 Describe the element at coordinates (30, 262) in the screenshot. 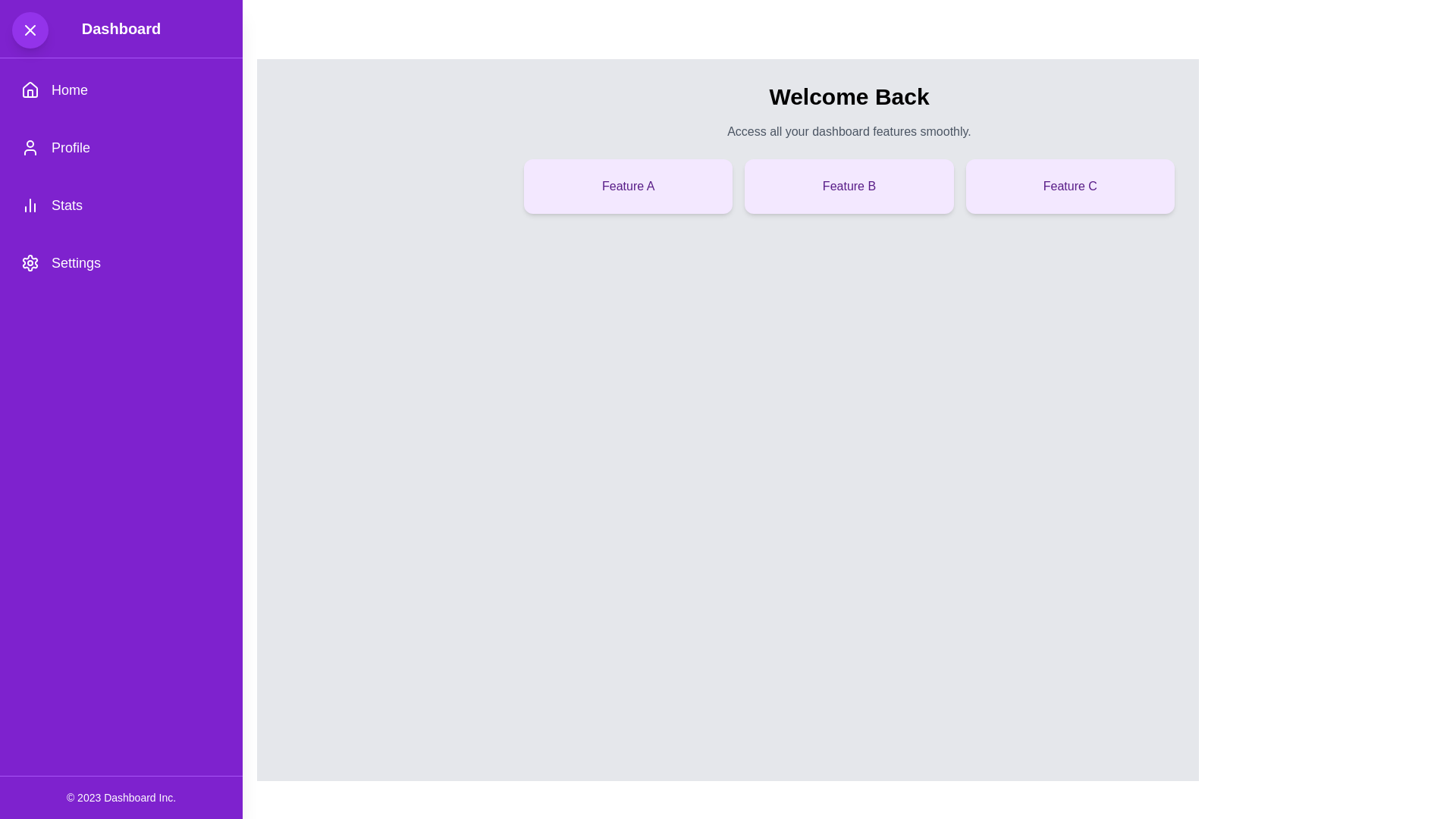

I see `the settings icon located in the left-side navigation bar, next to the 'Settings' text` at that location.